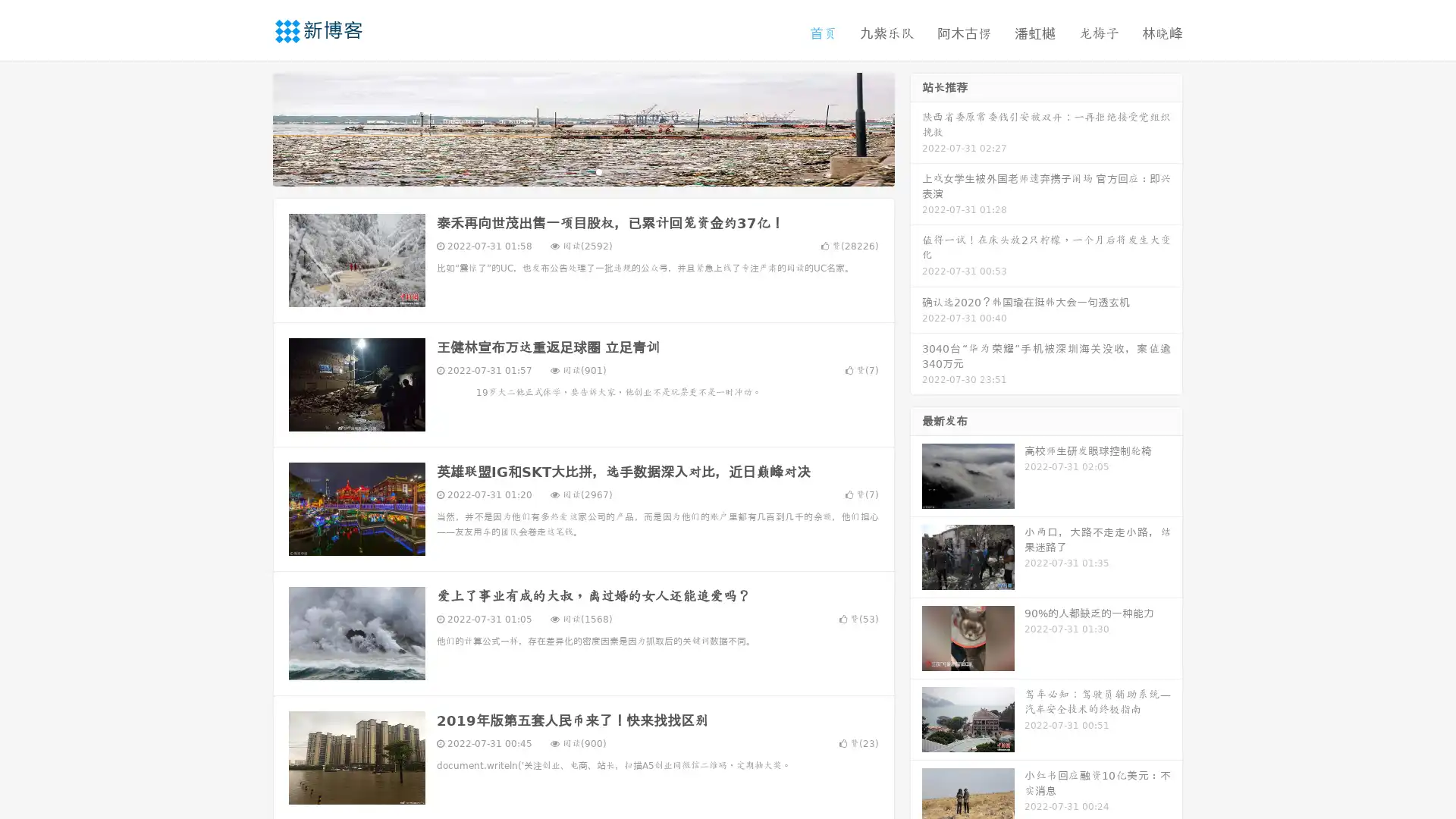  Describe the element at coordinates (582, 171) in the screenshot. I see `Go to slide 2` at that location.